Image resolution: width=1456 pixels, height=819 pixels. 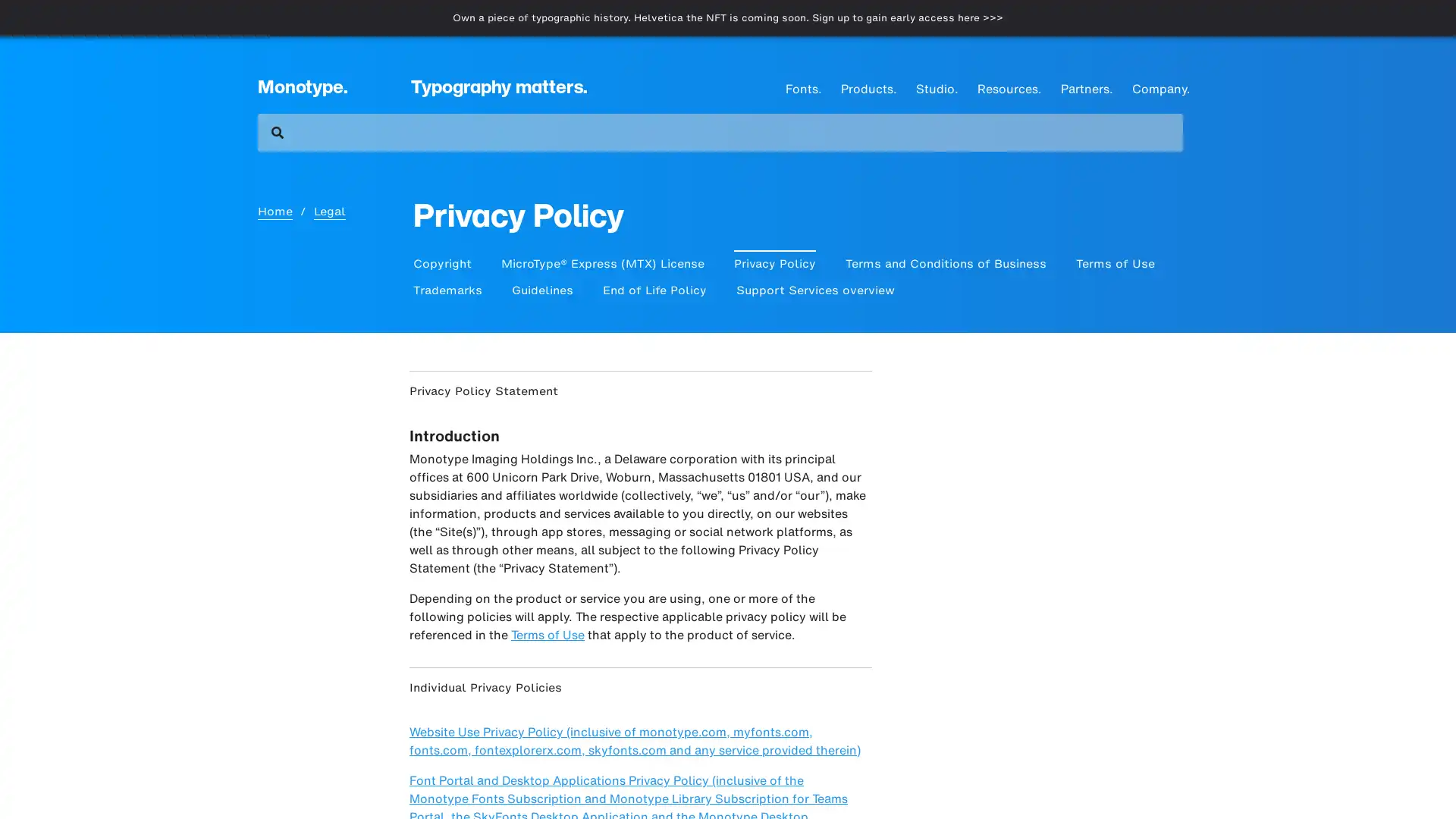 What do you see at coordinates (1169, 786) in the screenshot?
I see `Accept Cookies` at bounding box center [1169, 786].